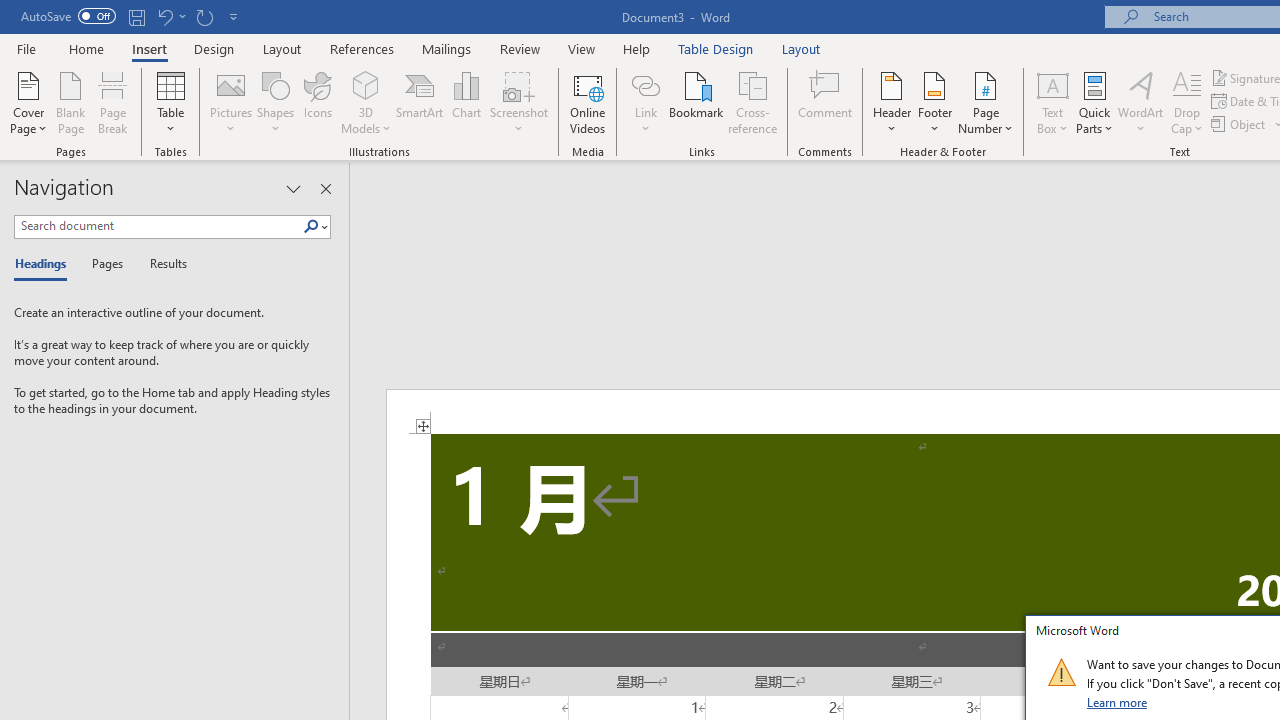 This screenshot has height=720, width=1280. Describe the element at coordinates (519, 103) in the screenshot. I see `'Screenshot'` at that location.